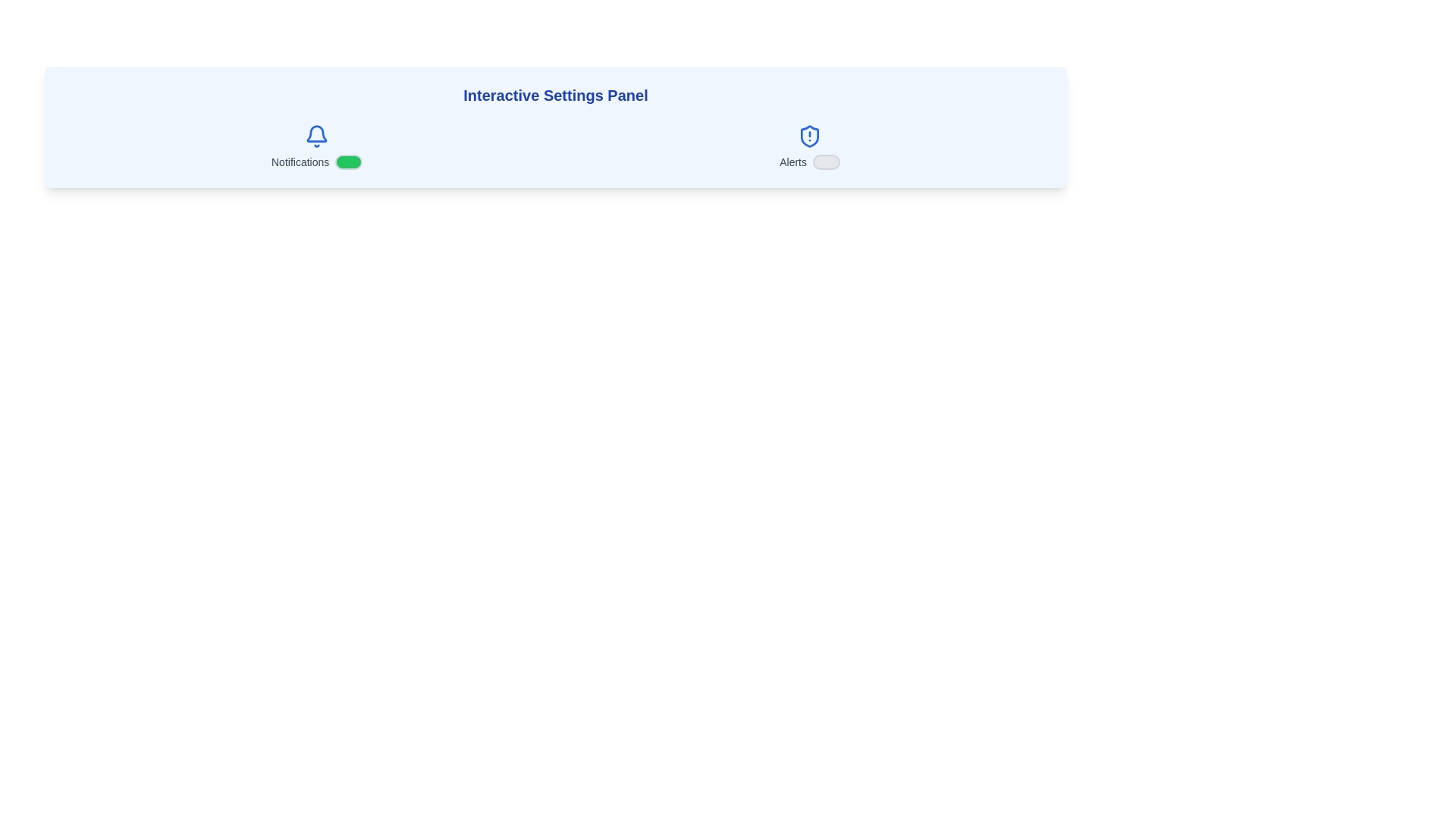 This screenshot has width=1456, height=819. I want to click on the 'Alerts' switch to toggle its state, so click(825, 162).